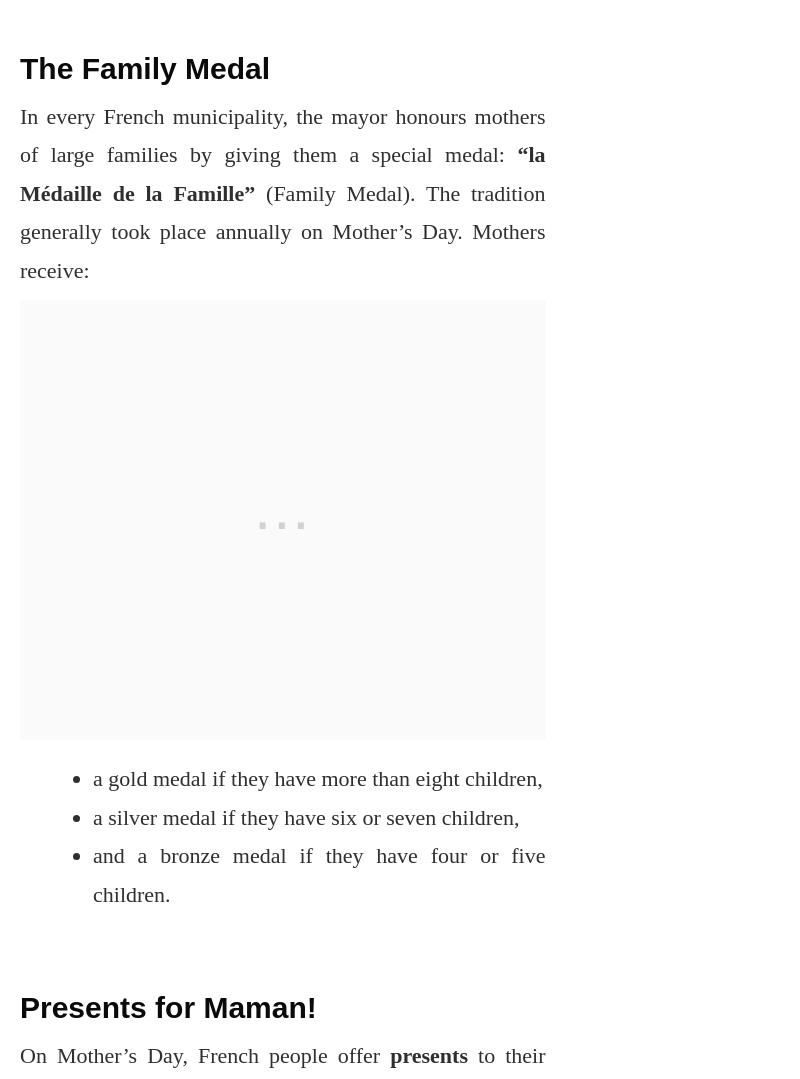 This screenshot has width=800, height=1079. What do you see at coordinates (282, 230) in the screenshot?
I see `'(Family Medal). The tradition generally took place annually on Mother’s Day. Mothers receive:'` at bounding box center [282, 230].